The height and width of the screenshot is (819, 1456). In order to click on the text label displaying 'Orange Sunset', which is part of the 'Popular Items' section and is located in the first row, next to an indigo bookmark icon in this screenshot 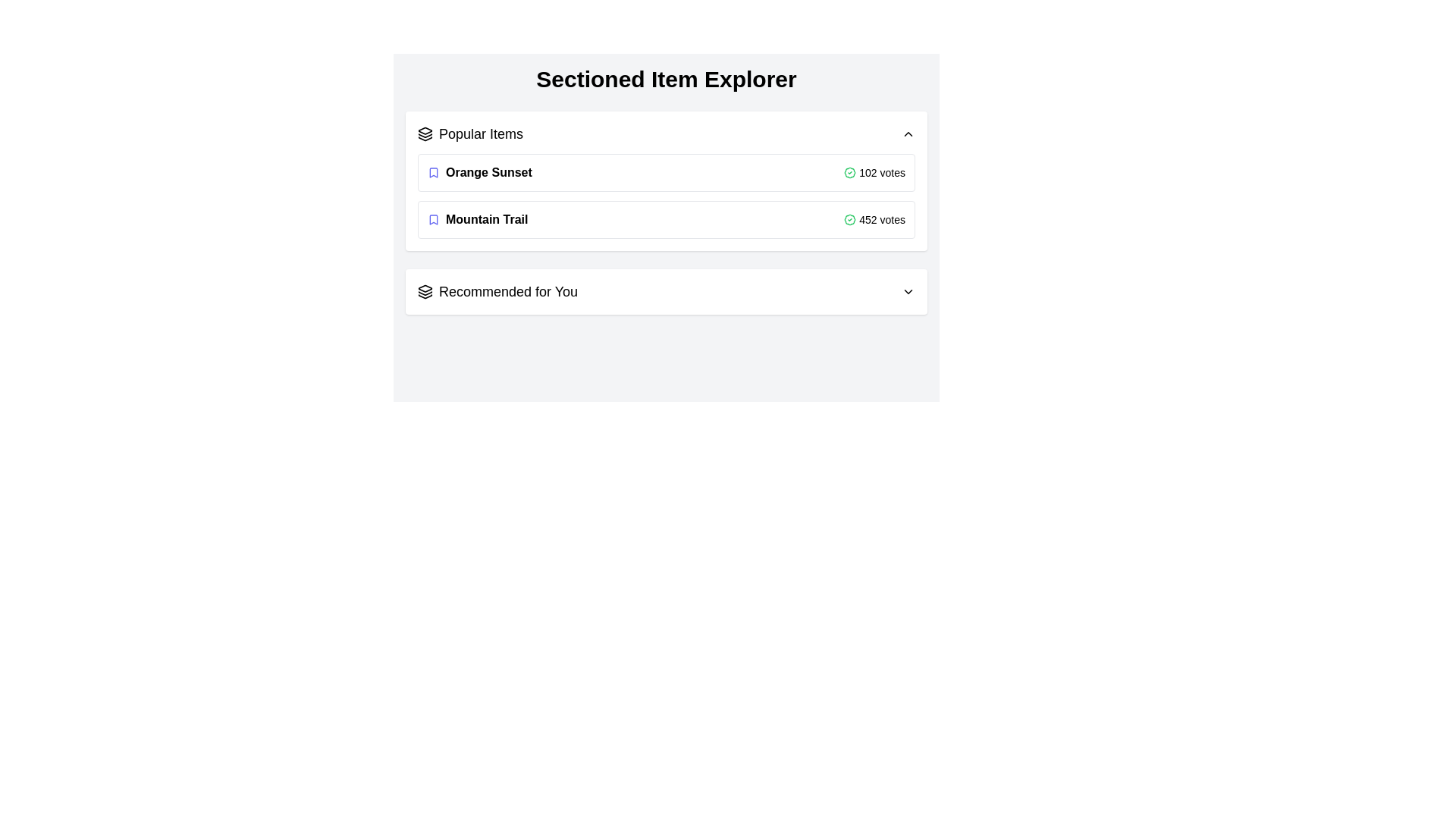, I will do `click(488, 171)`.